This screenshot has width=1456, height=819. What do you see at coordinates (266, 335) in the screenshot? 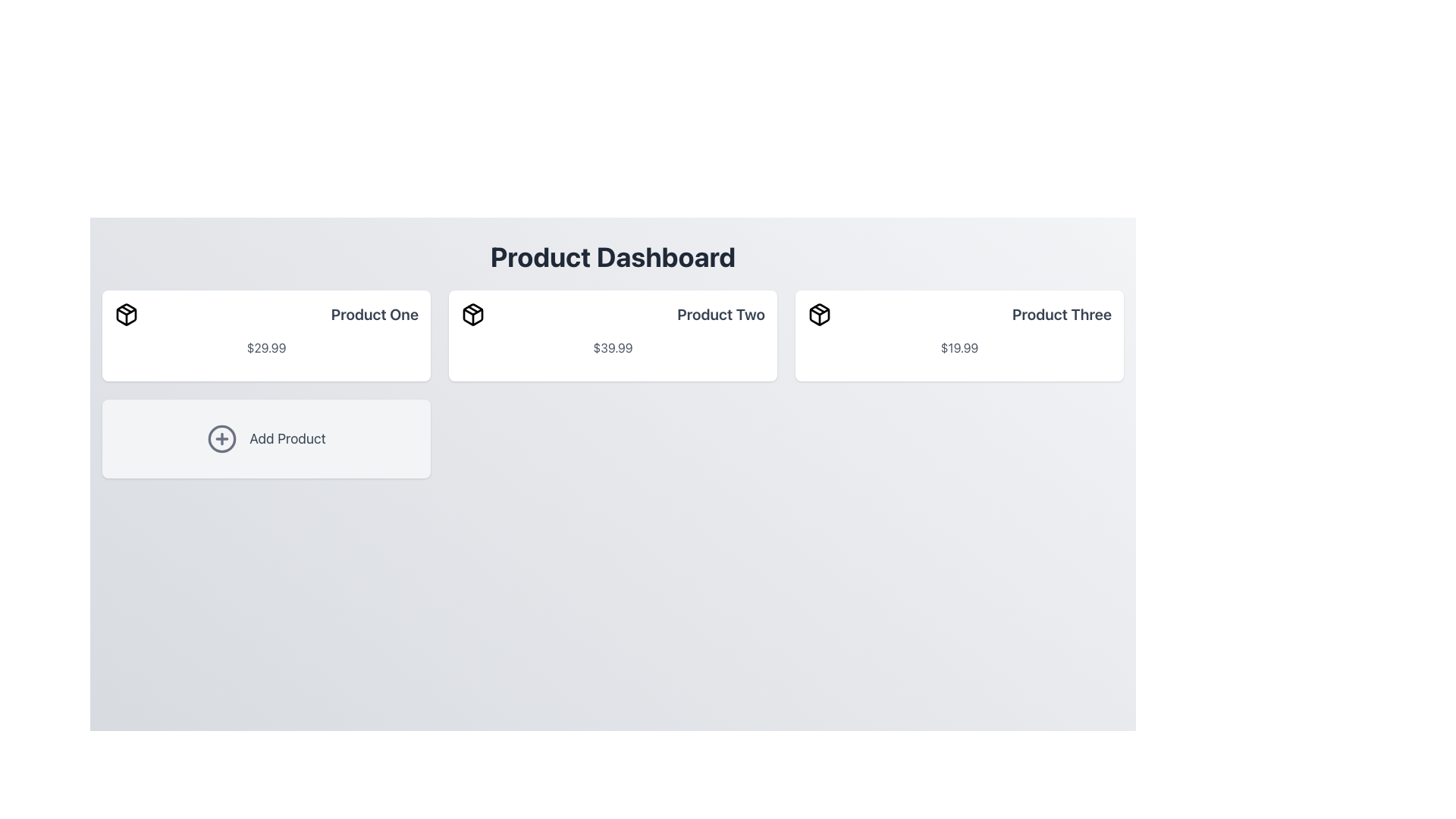
I see `on the clickable card for 'Product One' priced at $29.99` at bounding box center [266, 335].